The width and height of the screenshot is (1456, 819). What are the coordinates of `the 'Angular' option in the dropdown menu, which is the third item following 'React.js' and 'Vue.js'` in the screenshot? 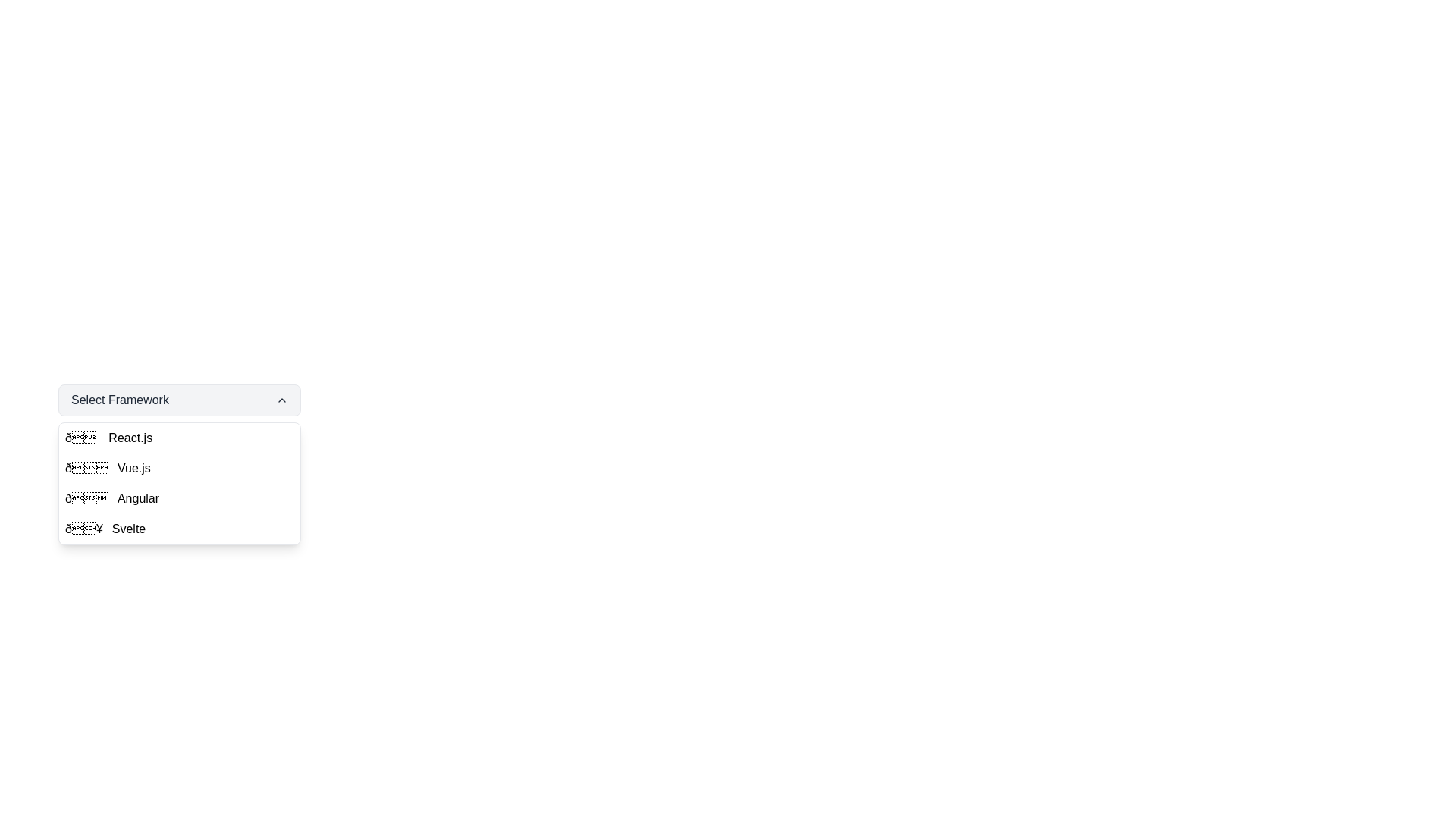 It's located at (179, 499).